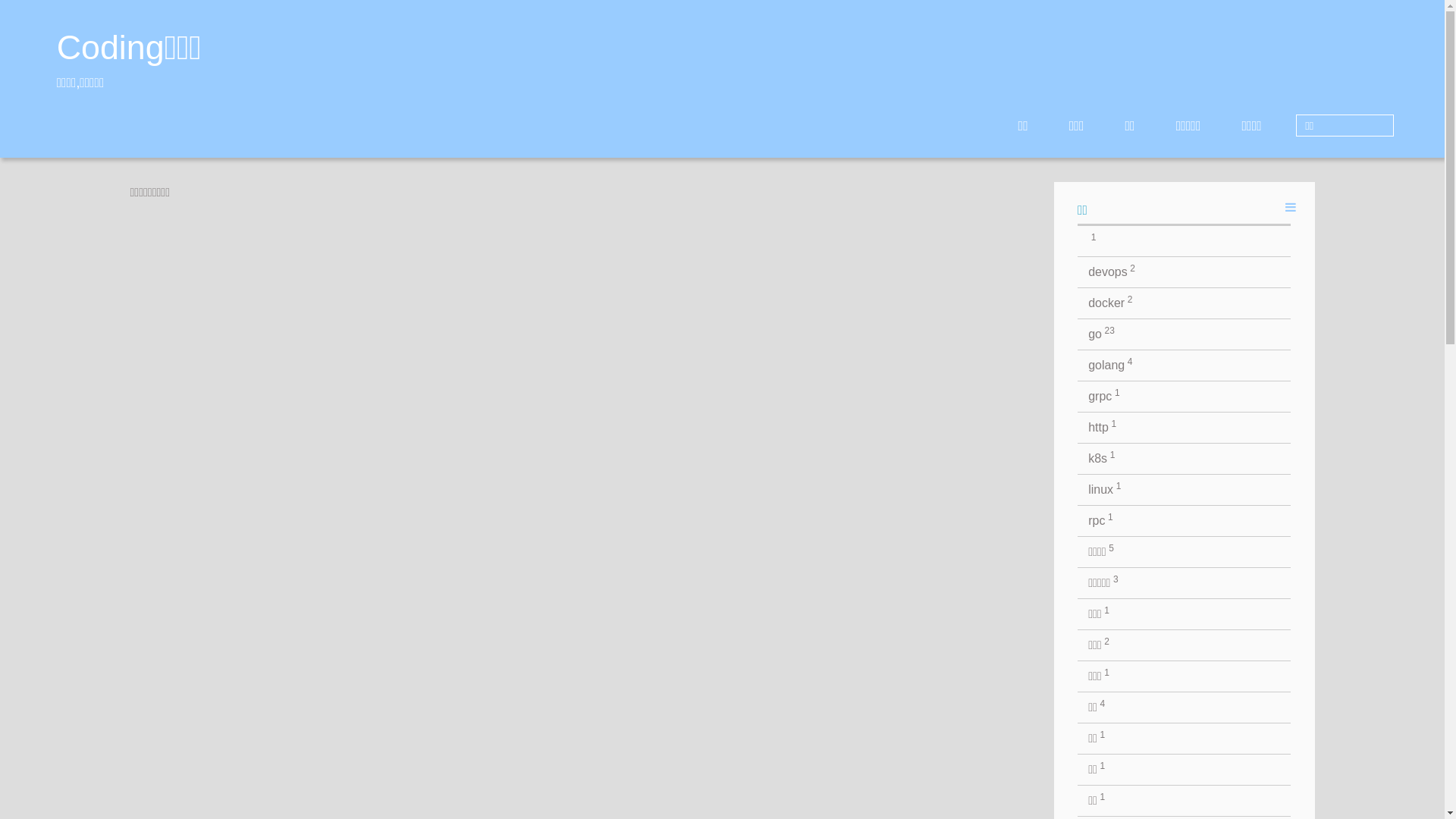  Describe the element at coordinates (1183, 458) in the screenshot. I see `'k8s1'` at that location.